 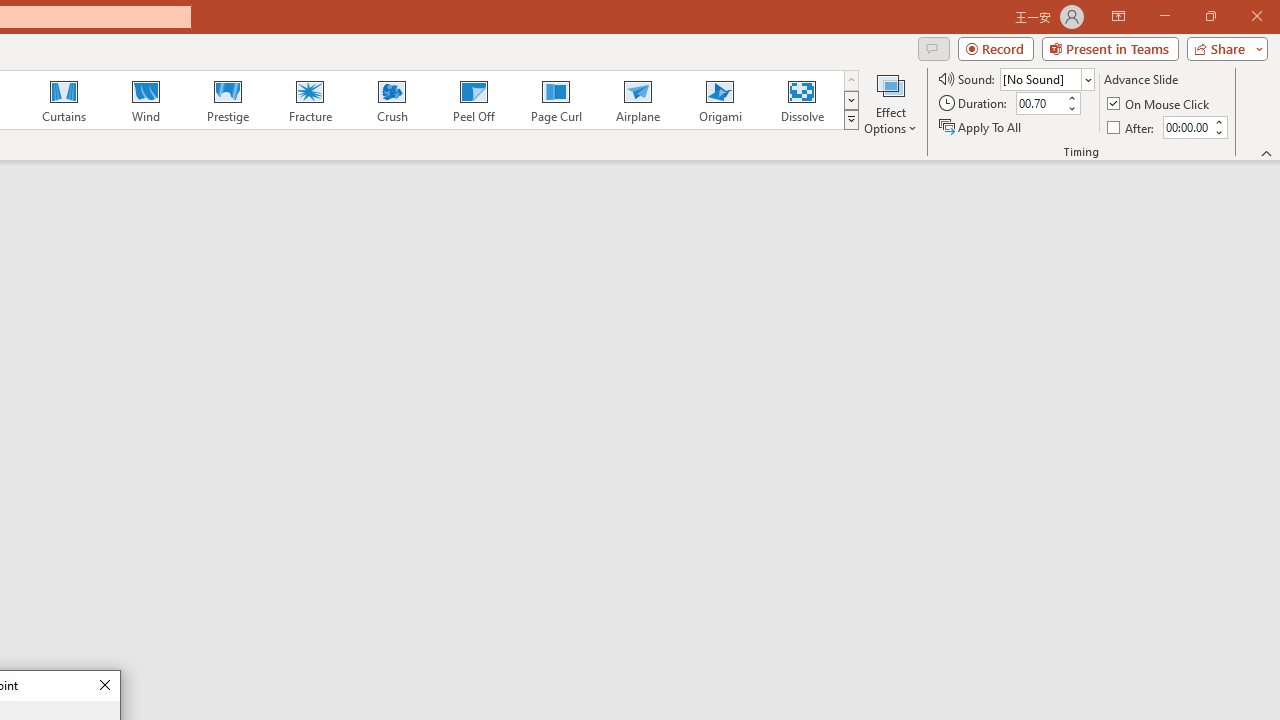 What do you see at coordinates (636, 100) in the screenshot?
I see `'Airplane'` at bounding box center [636, 100].